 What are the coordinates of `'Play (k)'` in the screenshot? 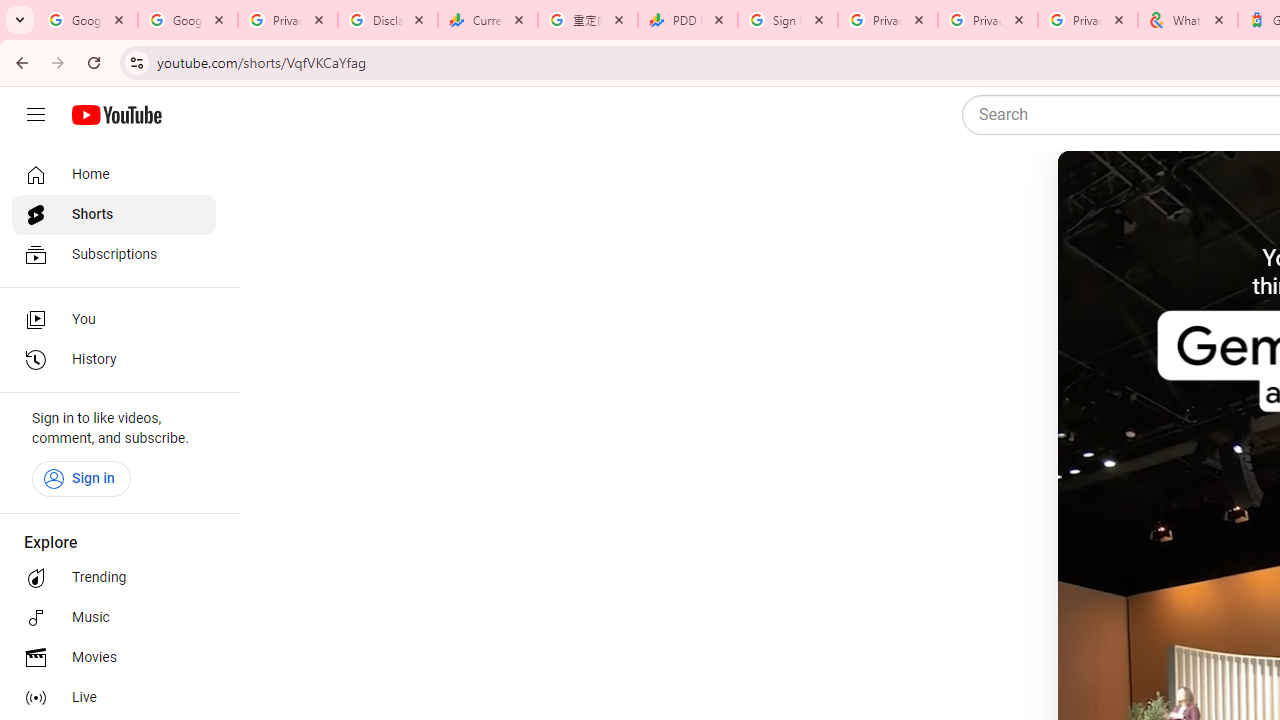 It's located at (1096, 191).